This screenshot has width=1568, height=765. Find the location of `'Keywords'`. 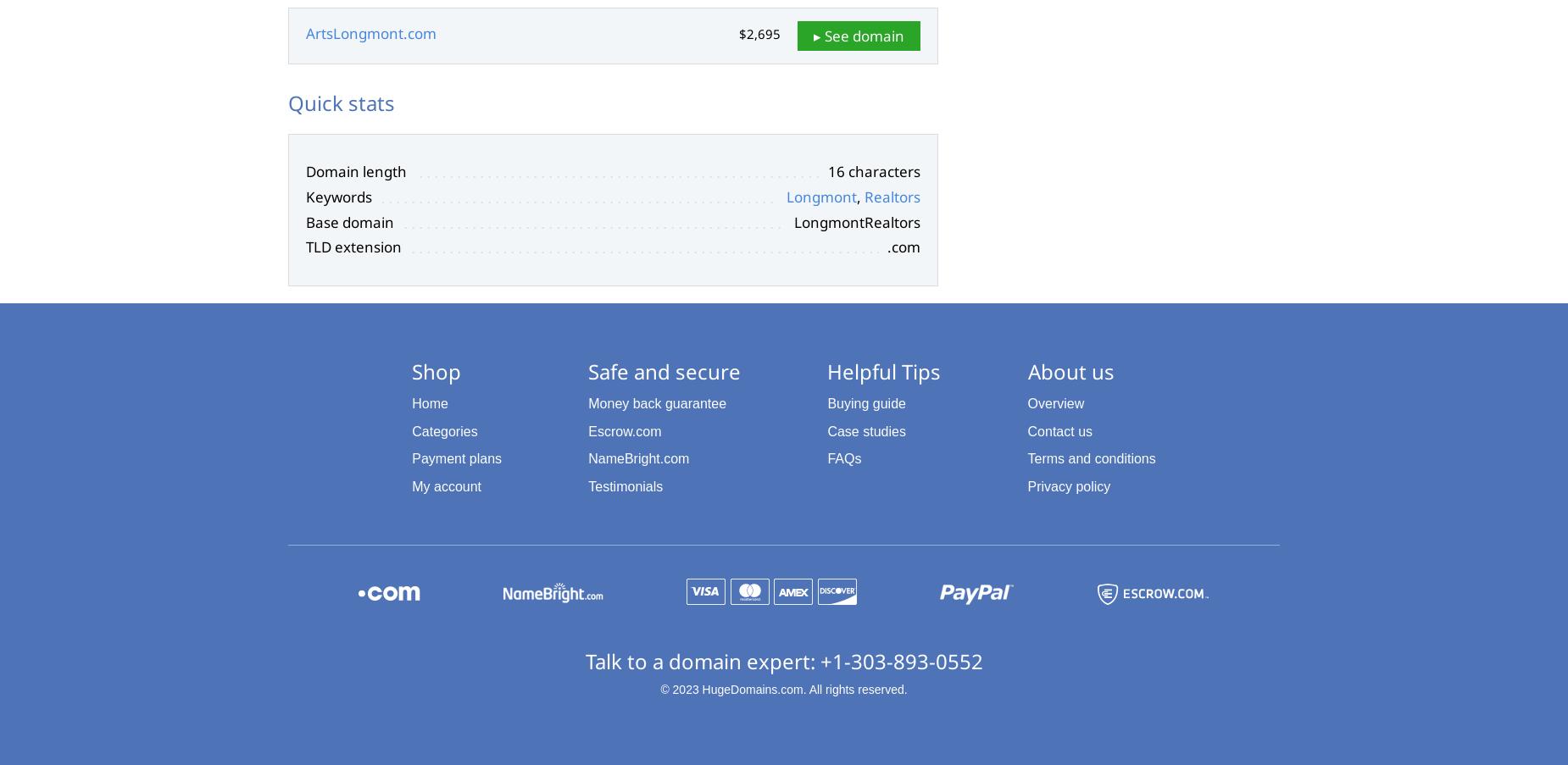

'Keywords' is located at coordinates (304, 196).